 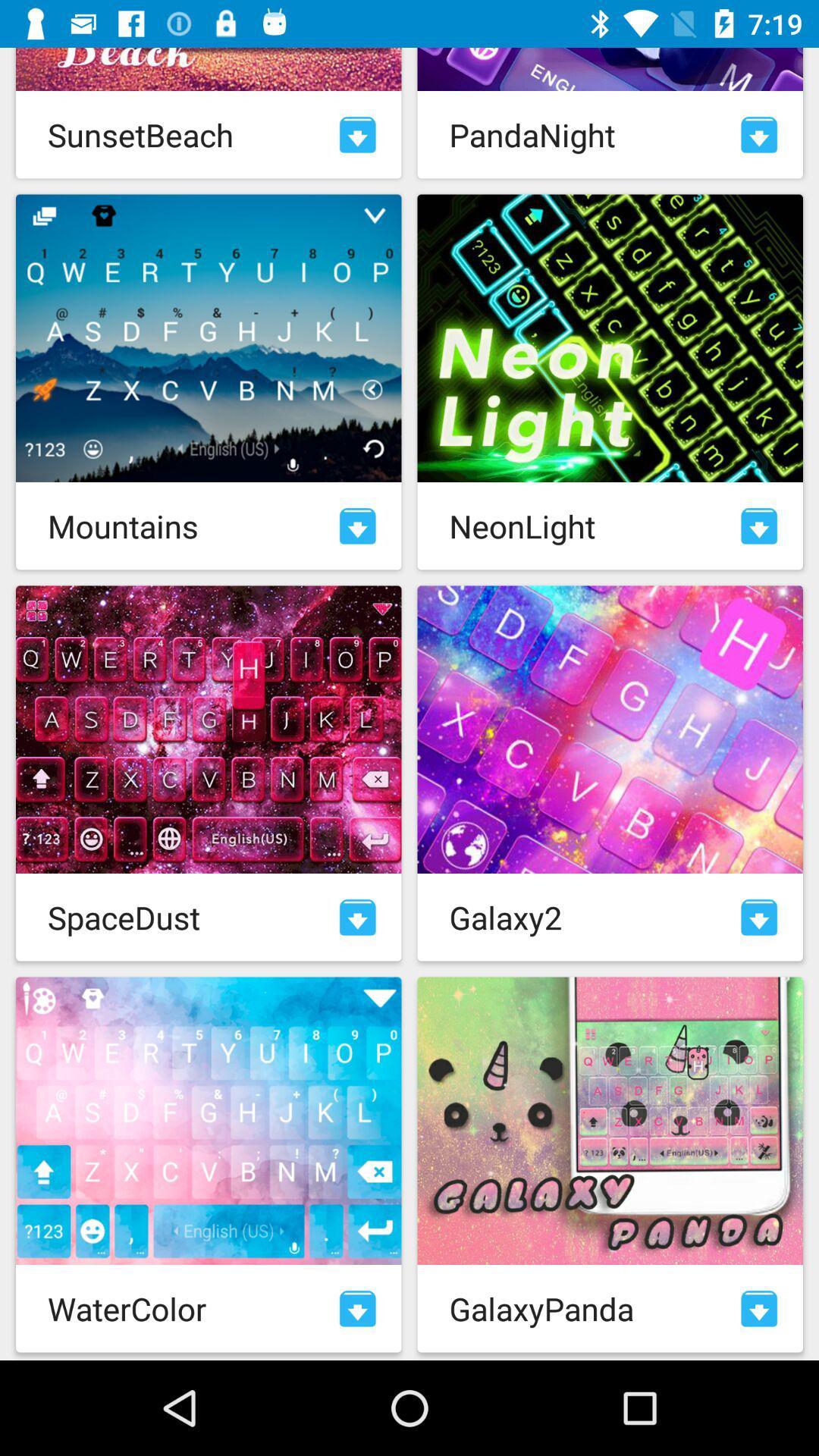 What do you see at coordinates (759, 916) in the screenshot?
I see `download image` at bounding box center [759, 916].